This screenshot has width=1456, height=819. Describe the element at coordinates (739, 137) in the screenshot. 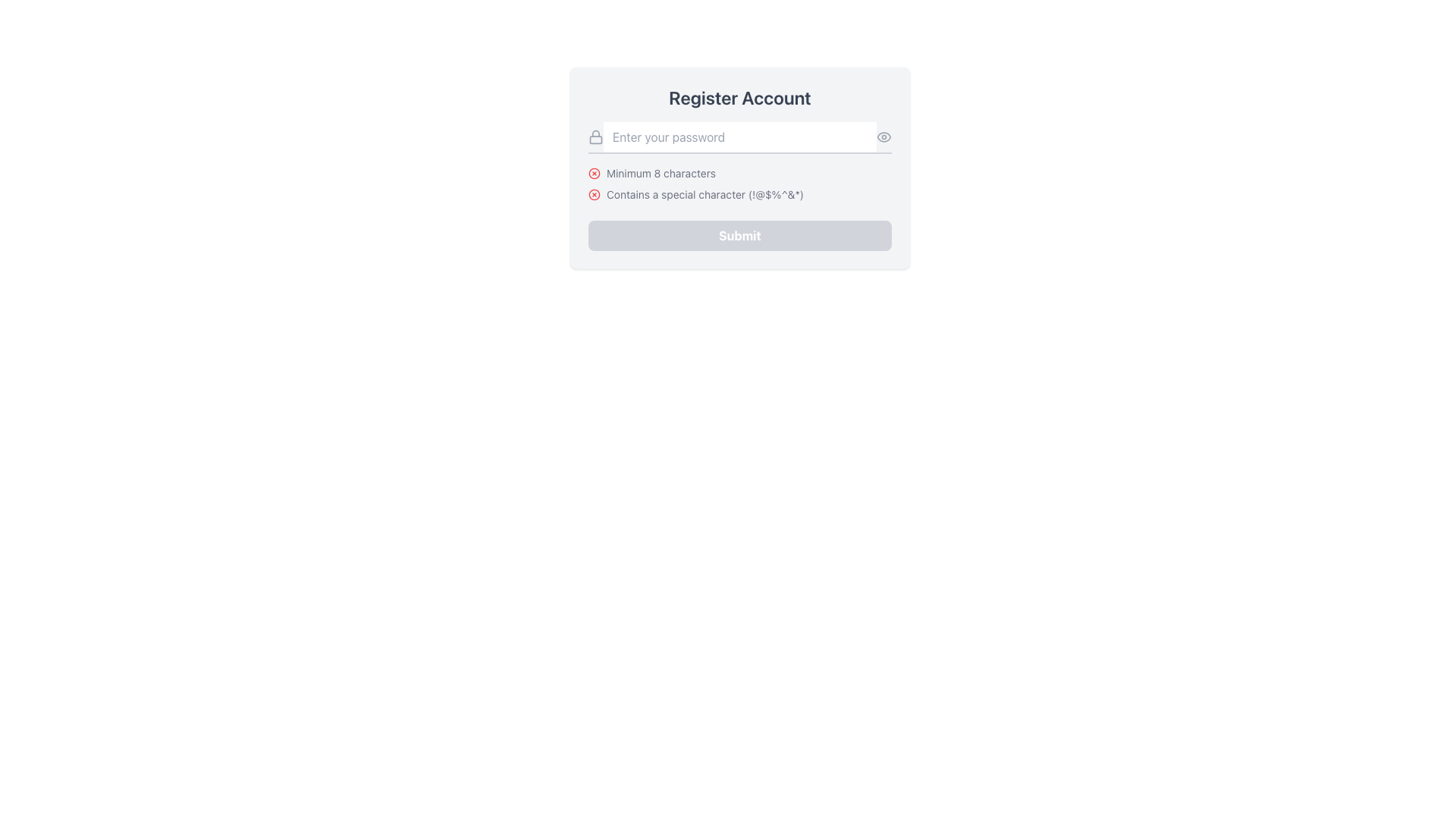

I see `the Password Input Field located in the 'Register Account' form` at that location.